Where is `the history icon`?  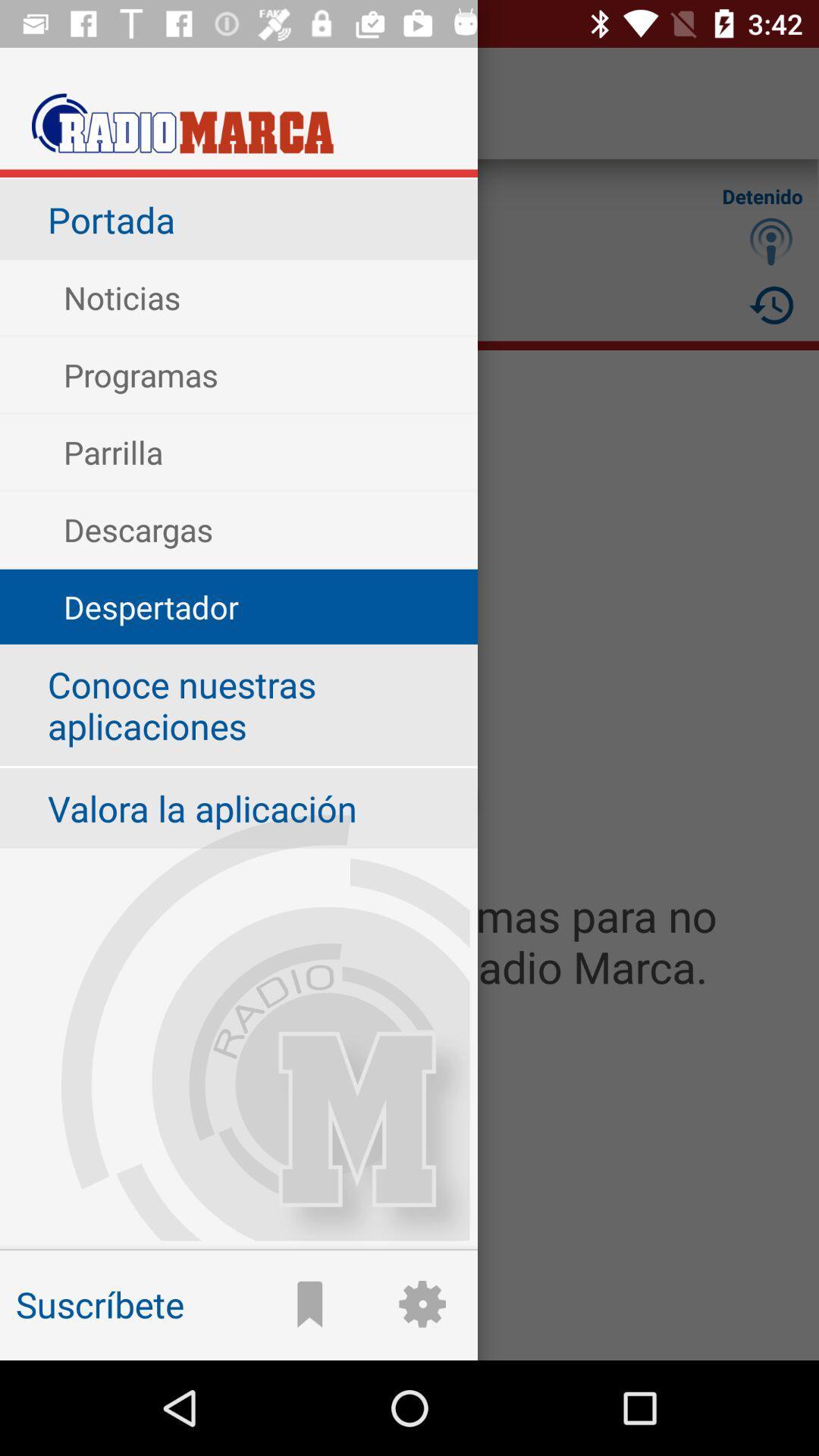
the history icon is located at coordinates (771, 304).